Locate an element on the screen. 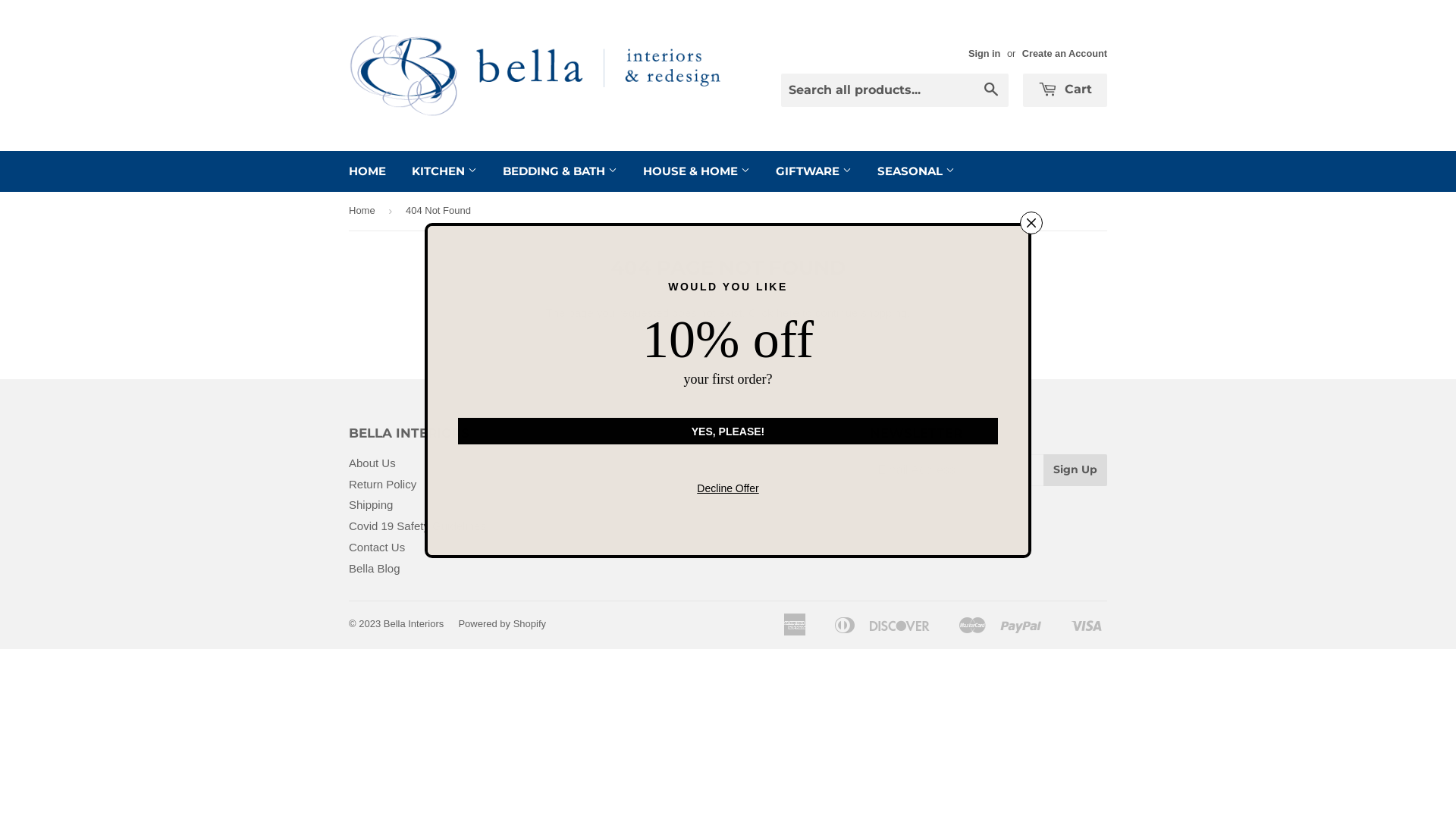 This screenshot has height=819, width=1456. 'Covid 19 Safety Guidelines' is located at coordinates (417, 525).